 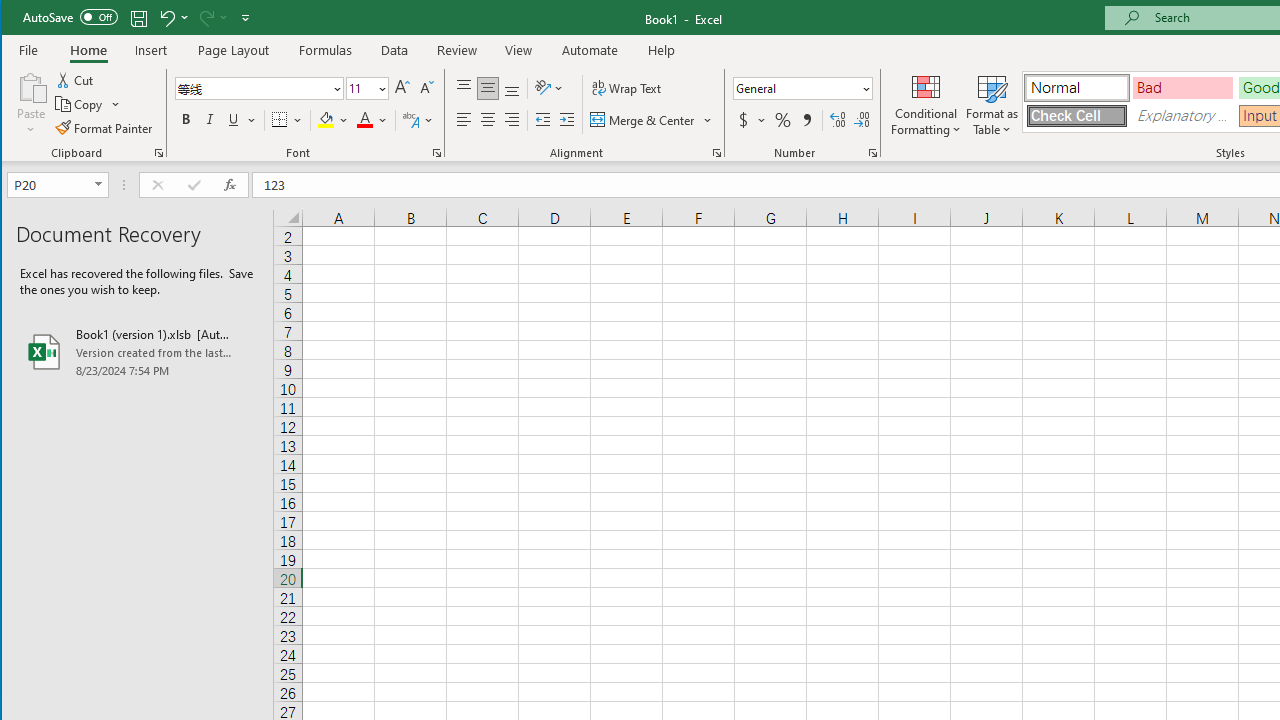 What do you see at coordinates (240, 120) in the screenshot?
I see `'Underline'` at bounding box center [240, 120].